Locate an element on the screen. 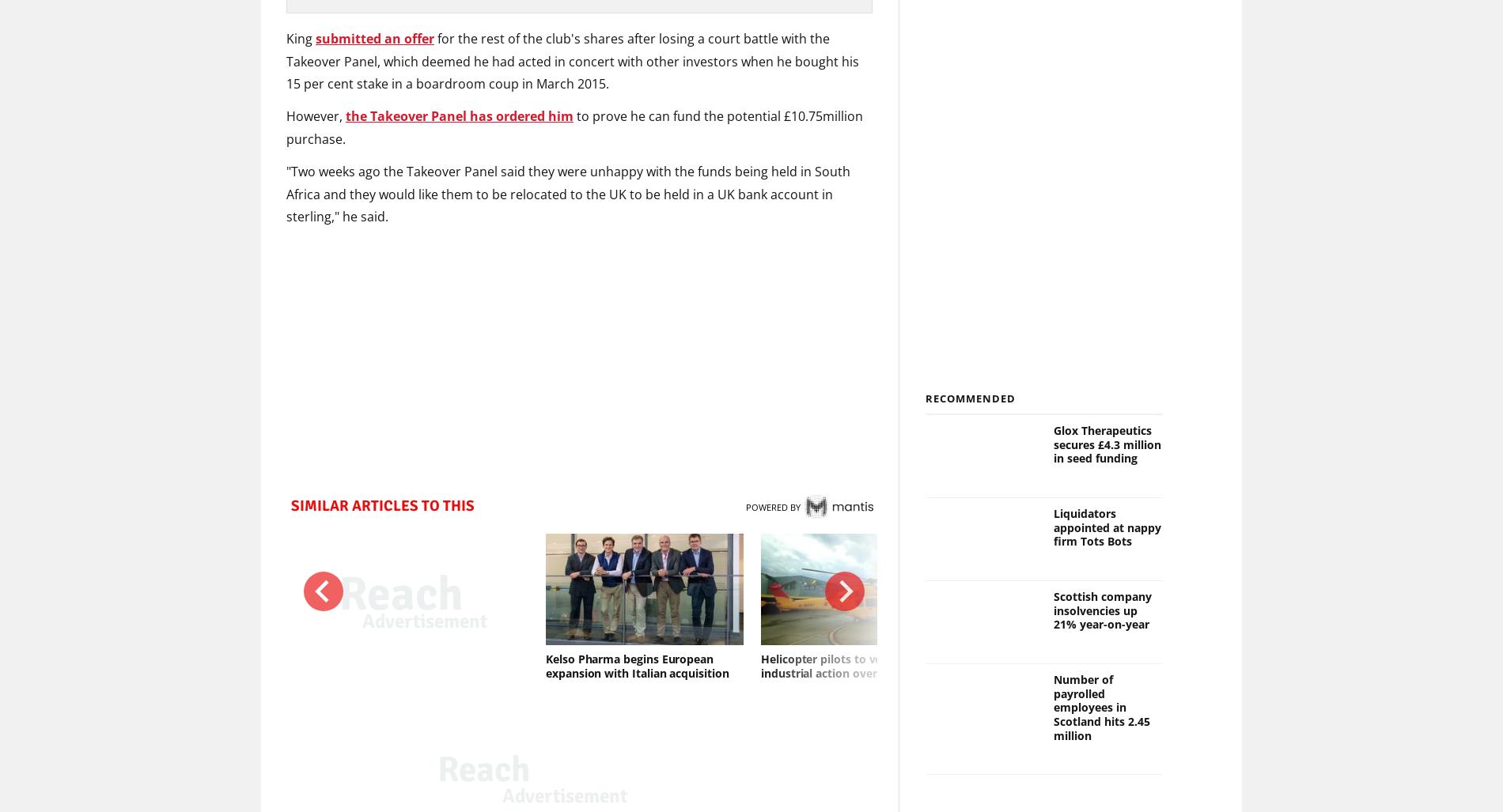  'submitted an offer' is located at coordinates (374, 37).